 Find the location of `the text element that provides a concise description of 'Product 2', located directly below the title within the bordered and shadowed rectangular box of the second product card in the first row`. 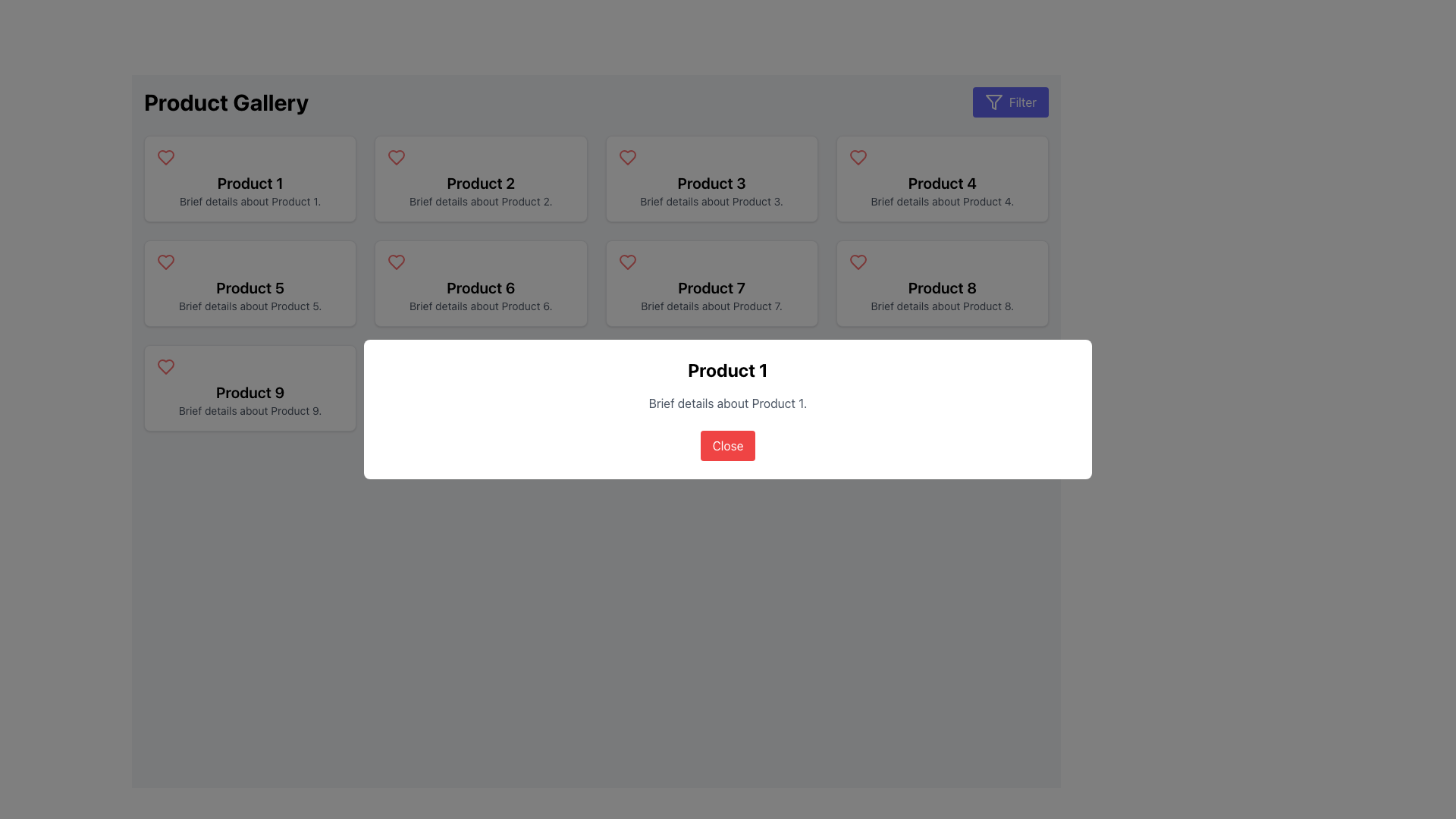

the text element that provides a concise description of 'Product 2', located directly below the title within the bordered and shadowed rectangular box of the second product card in the first row is located at coordinates (480, 201).